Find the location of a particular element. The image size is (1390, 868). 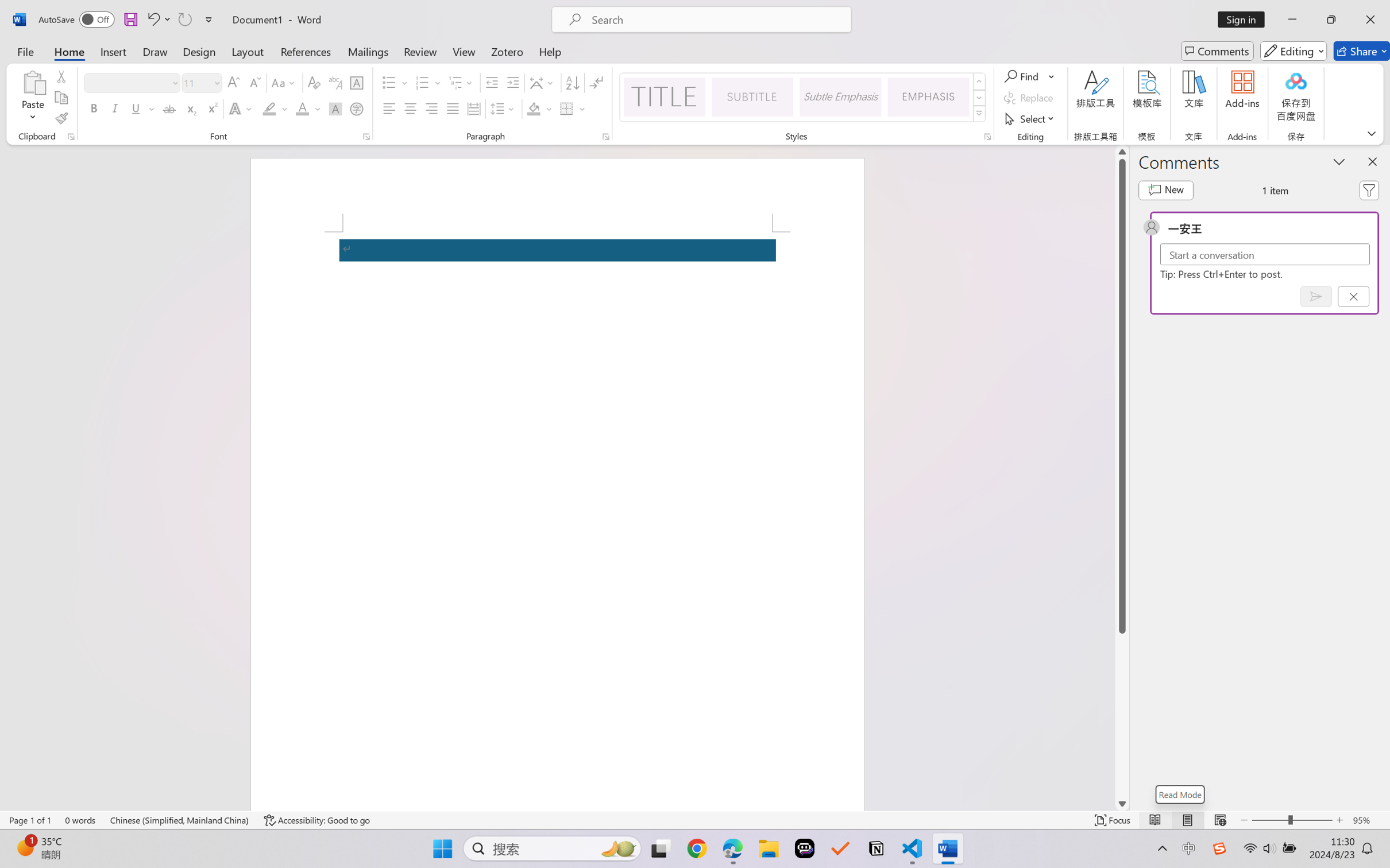

'Subtitle' is located at coordinates (752, 96).